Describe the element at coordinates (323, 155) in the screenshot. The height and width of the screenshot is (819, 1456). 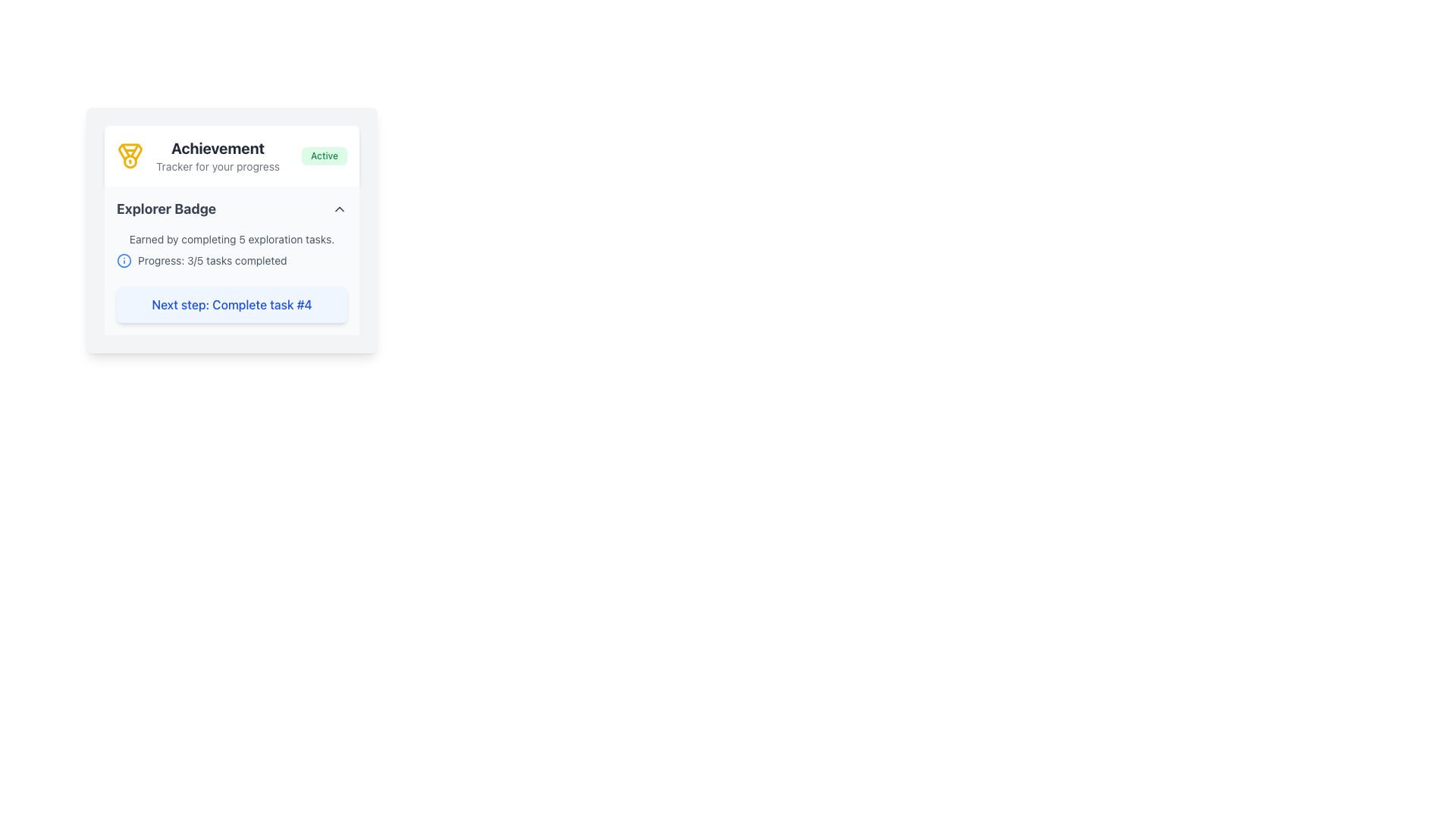
I see `the Status Indicator Badge, which is a small rectangular badge with rounded corners, green background, and displays 'Active' in bold text, located in the top-right corner of the 'Achievement' card` at that location.